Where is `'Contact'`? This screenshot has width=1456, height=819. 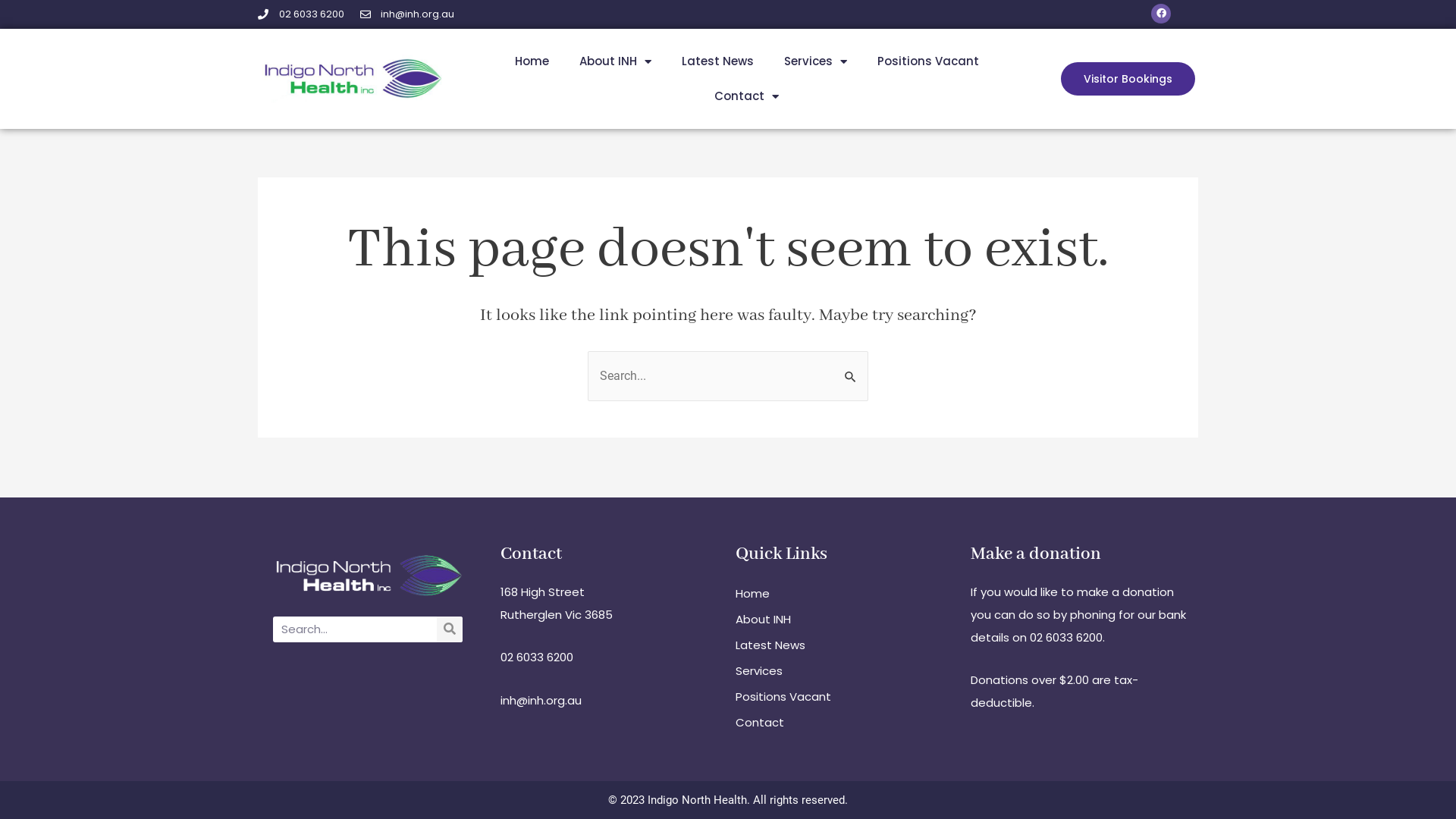 'Contact' is located at coordinates (746, 96).